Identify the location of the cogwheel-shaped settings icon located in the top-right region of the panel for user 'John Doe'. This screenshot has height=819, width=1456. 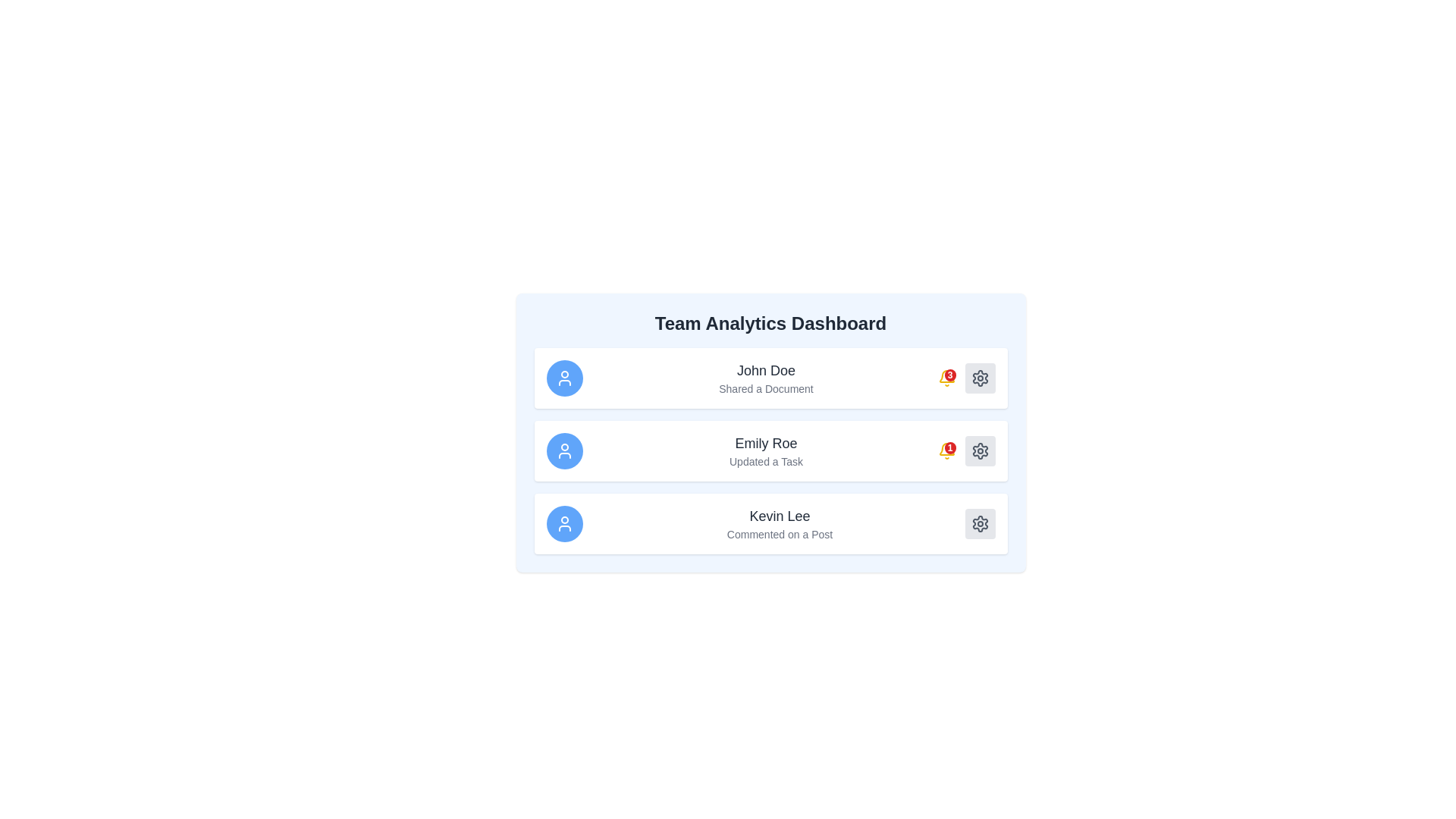
(980, 377).